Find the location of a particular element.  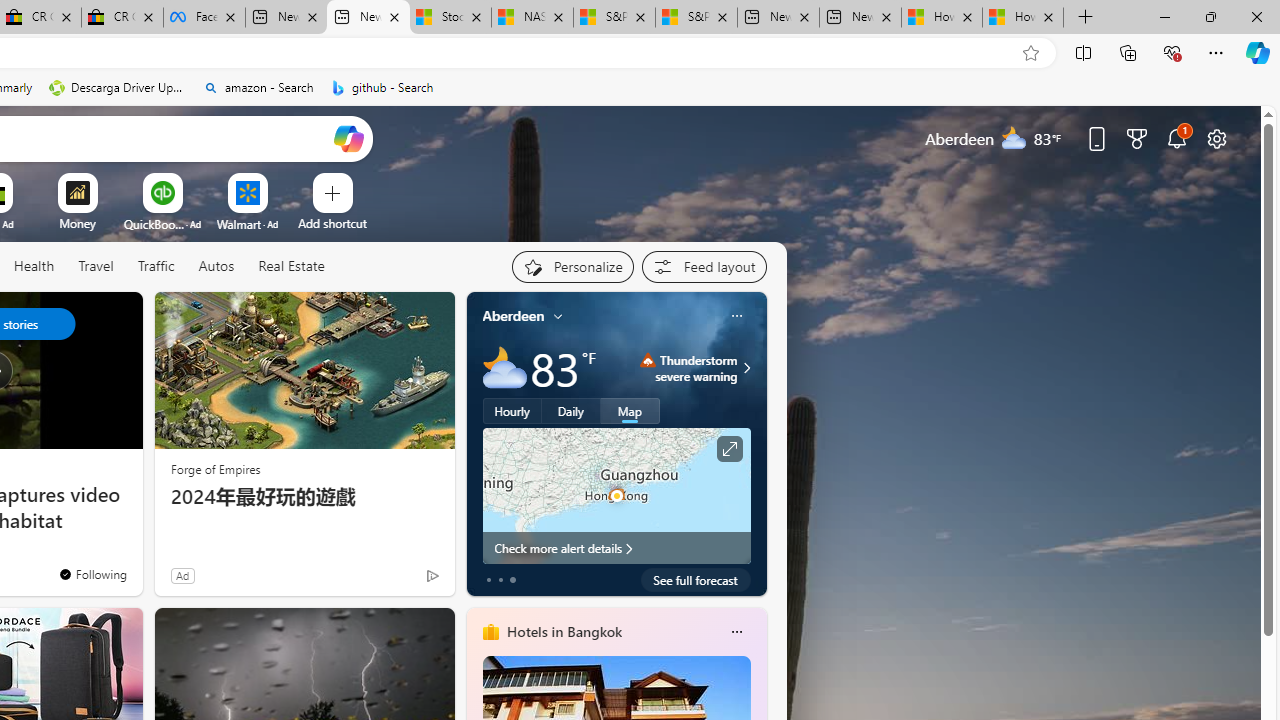

'Notifications' is located at coordinates (1176, 137).